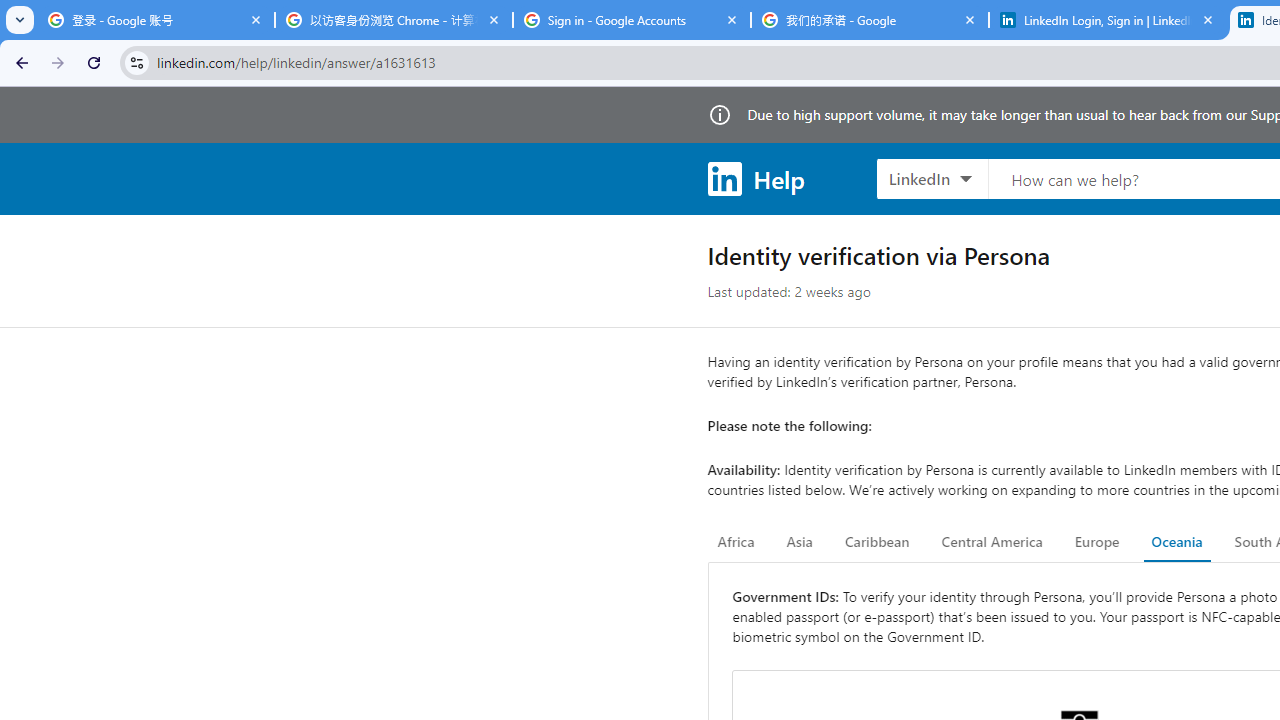 The height and width of the screenshot is (720, 1280). What do you see at coordinates (1107, 20) in the screenshot?
I see `'LinkedIn Login, Sign in | LinkedIn'` at bounding box center [1107, 20].